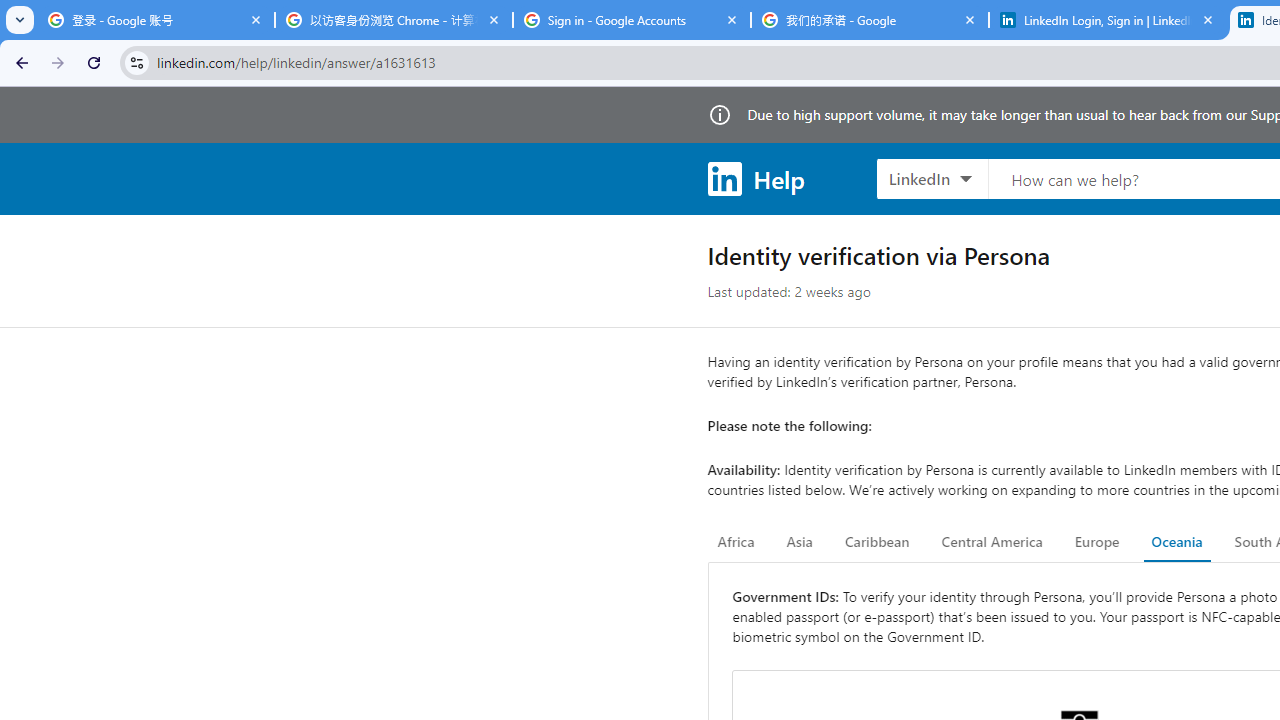 The height and width of the screenshot is (720, 1280). What do you see at coordinates (1107, 20) in the screenshot?
I see `'LinkedIn Login, Sign in | LinkedIn'` at bounding box center [1107, 20].